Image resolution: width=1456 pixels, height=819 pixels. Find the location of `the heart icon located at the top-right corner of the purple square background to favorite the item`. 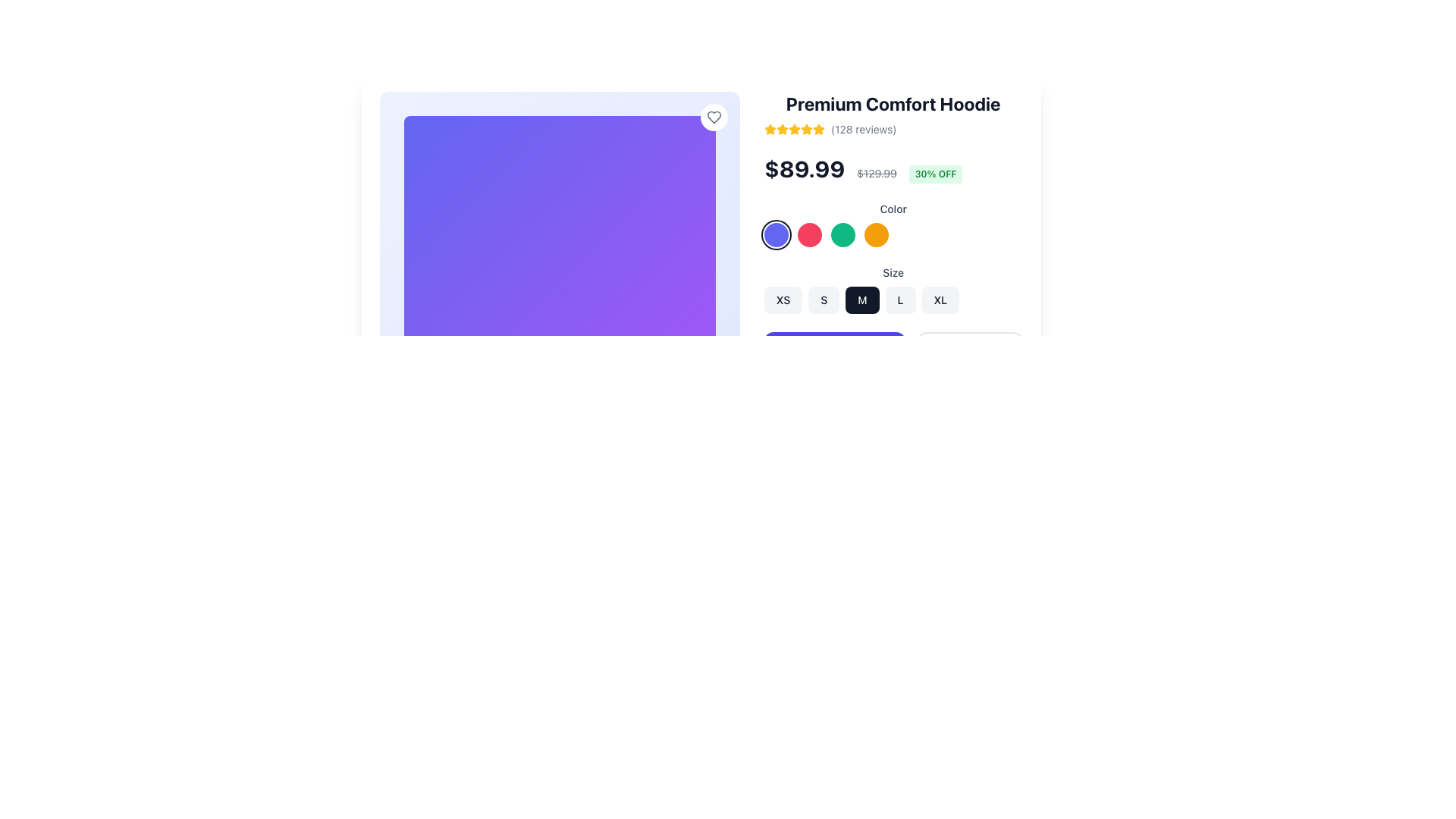

the heart icon located at the top-right corner of the purple square background to favorite the item is located at coordinates (713, 116).